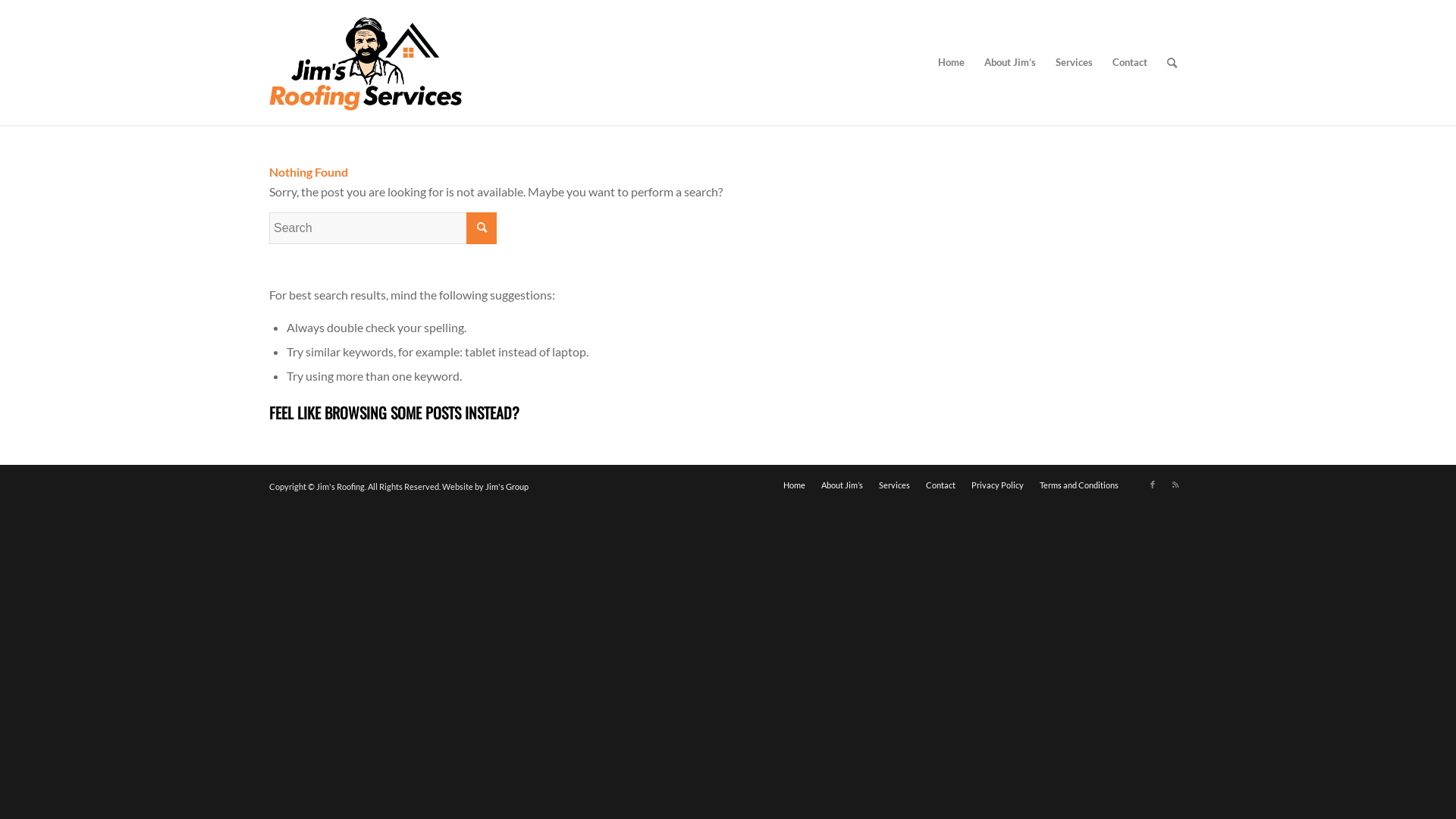  Describe the element at coordinates (793, 485) in the screenshot. I see `'Home'` at that location.